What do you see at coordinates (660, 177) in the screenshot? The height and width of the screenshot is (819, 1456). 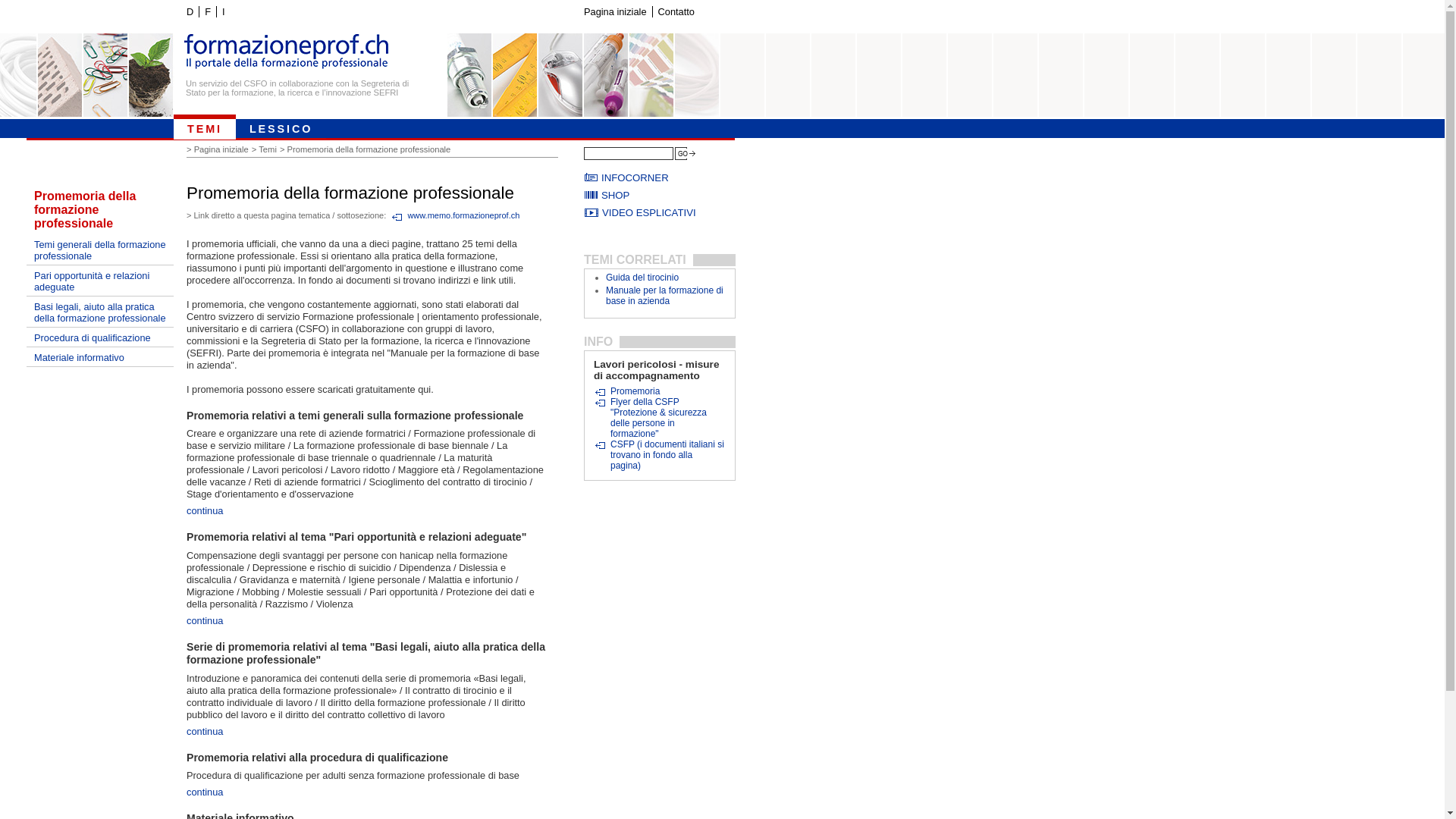 I see `'INFOCORNER'` at bounding box center [660, 177].